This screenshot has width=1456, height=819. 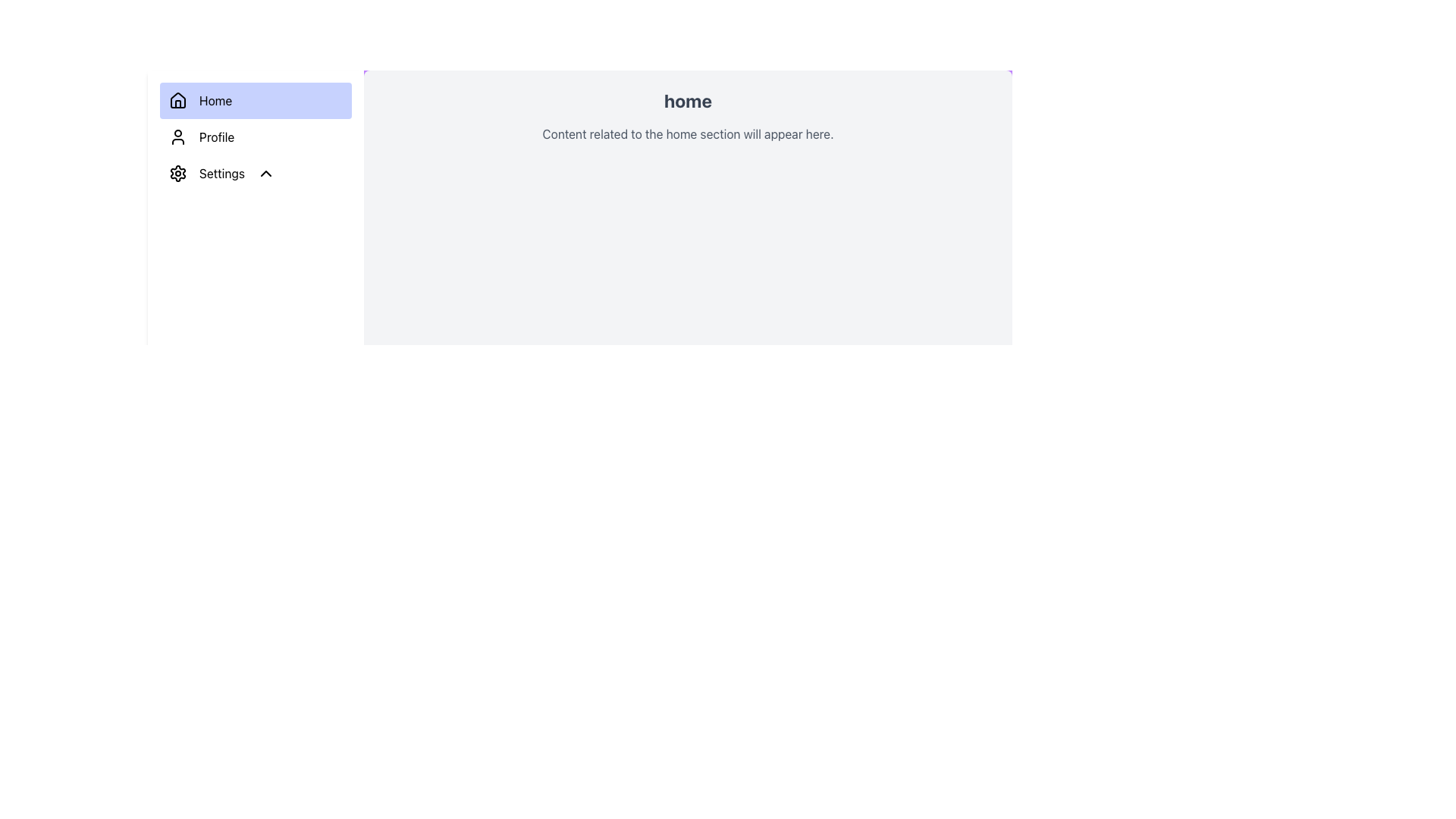 What do you see at coordinates (265, 172) in the screenshot?
I see `the Chevron-Up icon located in the left sidebar navigation, adjacent to the 'Settings' text` at bounding box center [265, 172].